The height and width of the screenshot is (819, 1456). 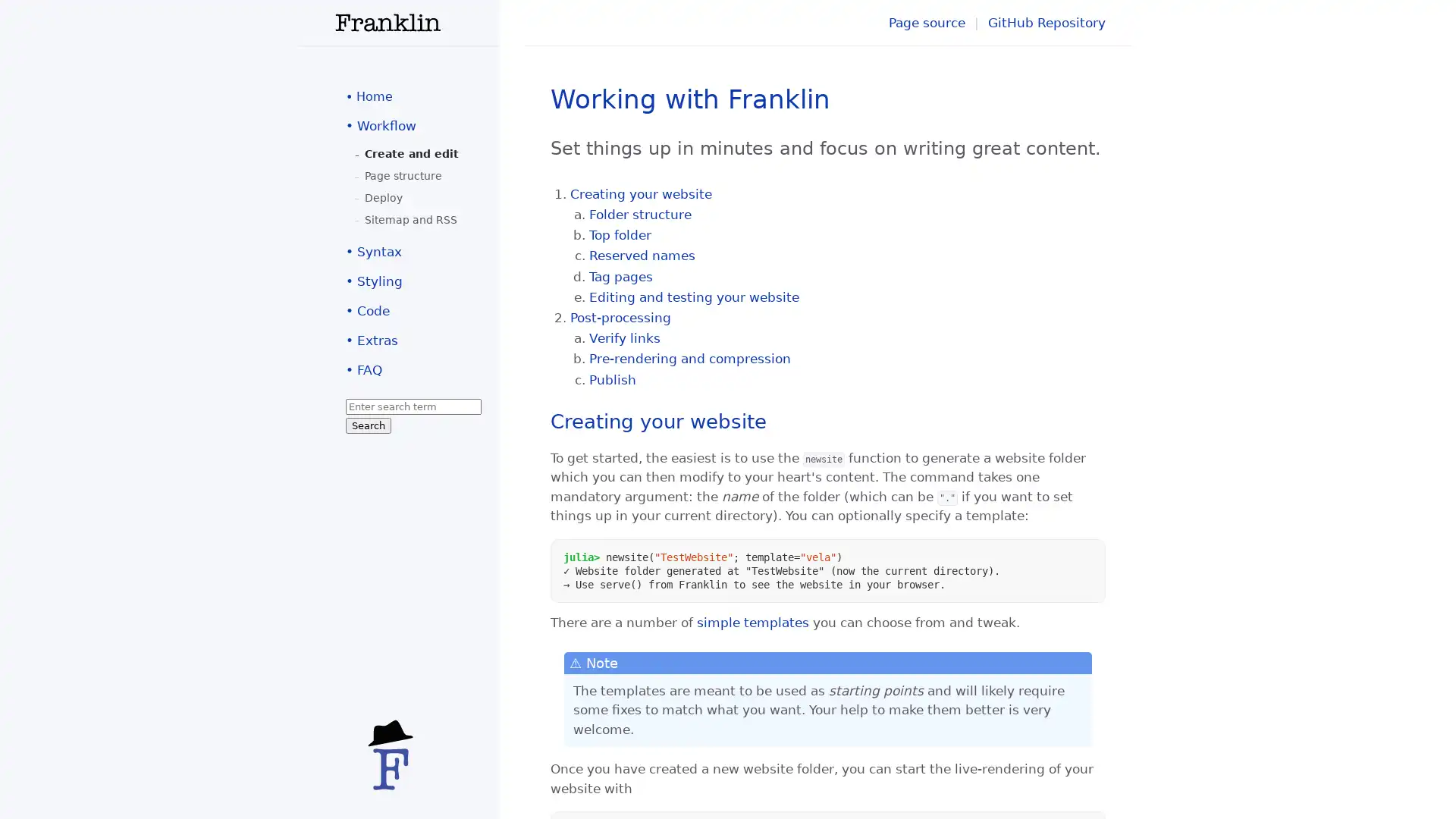 I want to click on Search, so click(x=368, y=425).